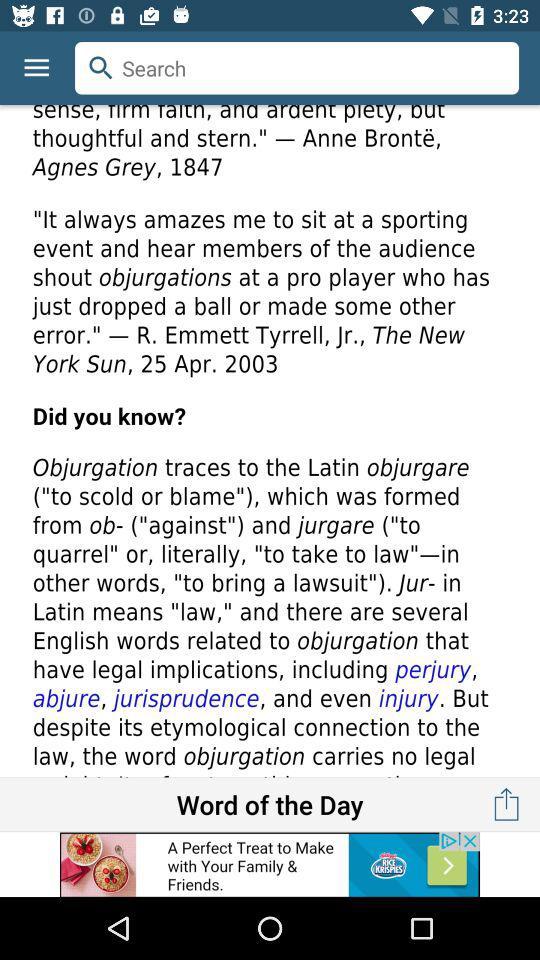 This screenshot has width=540, height=960. Describe the element at coordinates (270, 441) in the screenshot. I see `advertisement page` at that location.